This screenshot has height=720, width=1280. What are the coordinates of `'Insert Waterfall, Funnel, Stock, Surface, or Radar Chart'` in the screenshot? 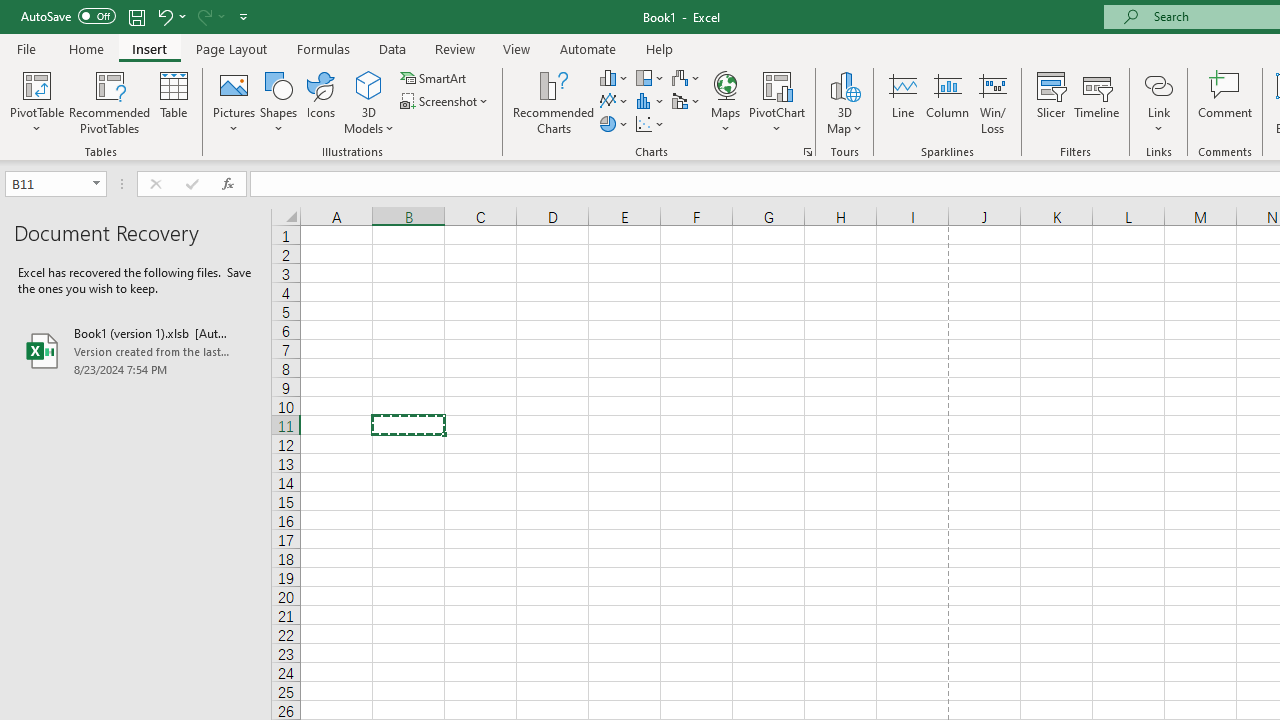 It's located at (687, 77).